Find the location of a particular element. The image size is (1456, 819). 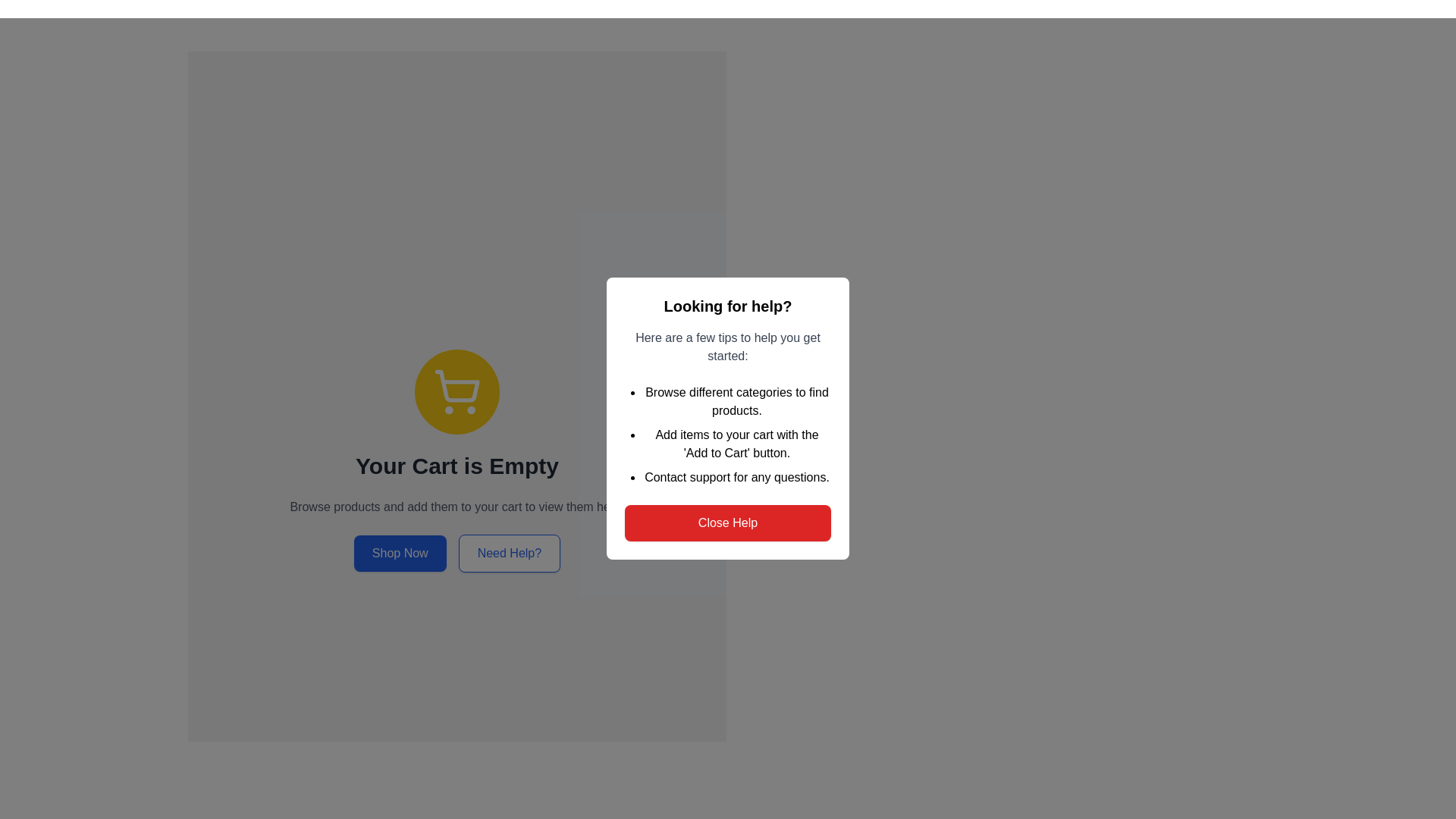

the unordered list with bulleted items located in the middle section of the help panel, which provides guidance on browsing categories, adding items to the cart, and contacting support is located at coordinates (728, 435).